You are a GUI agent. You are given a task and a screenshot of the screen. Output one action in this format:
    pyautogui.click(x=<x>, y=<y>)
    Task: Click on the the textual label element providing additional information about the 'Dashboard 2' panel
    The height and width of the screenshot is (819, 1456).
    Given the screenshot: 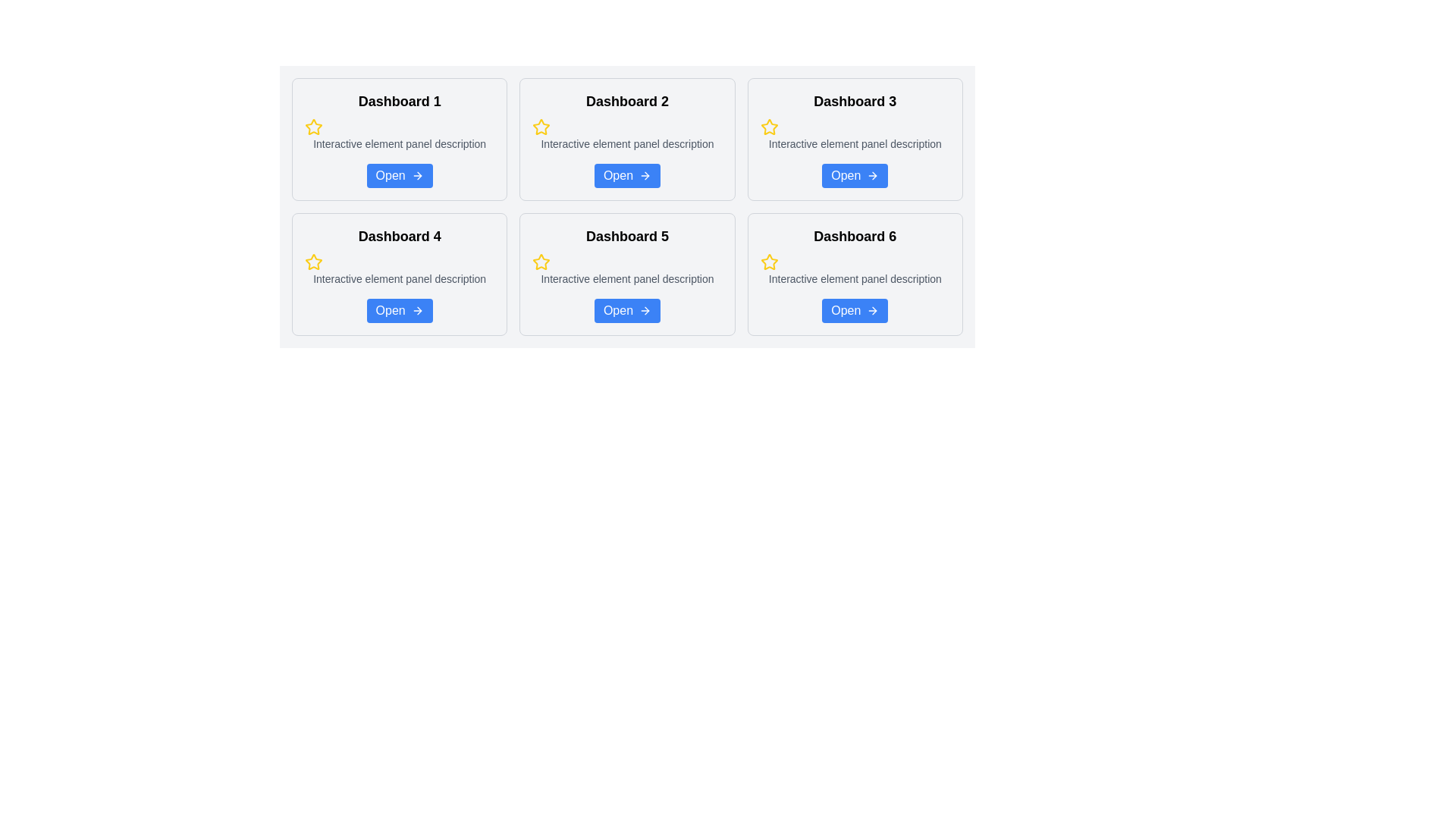 What is the action you would take?
    pyautogui.click(x=627, y=143)
    